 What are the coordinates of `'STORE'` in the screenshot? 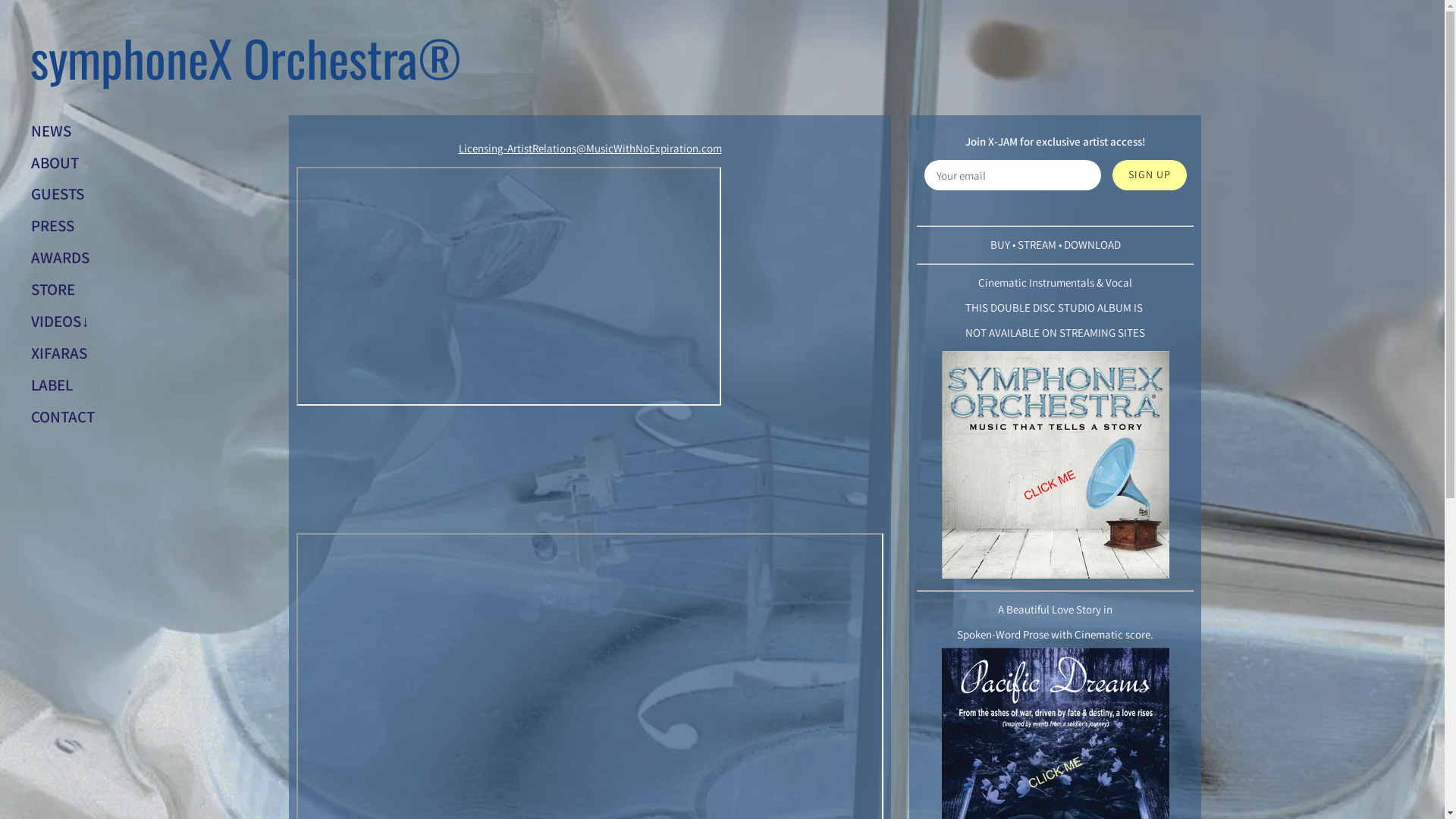 It's located at (53, 289).